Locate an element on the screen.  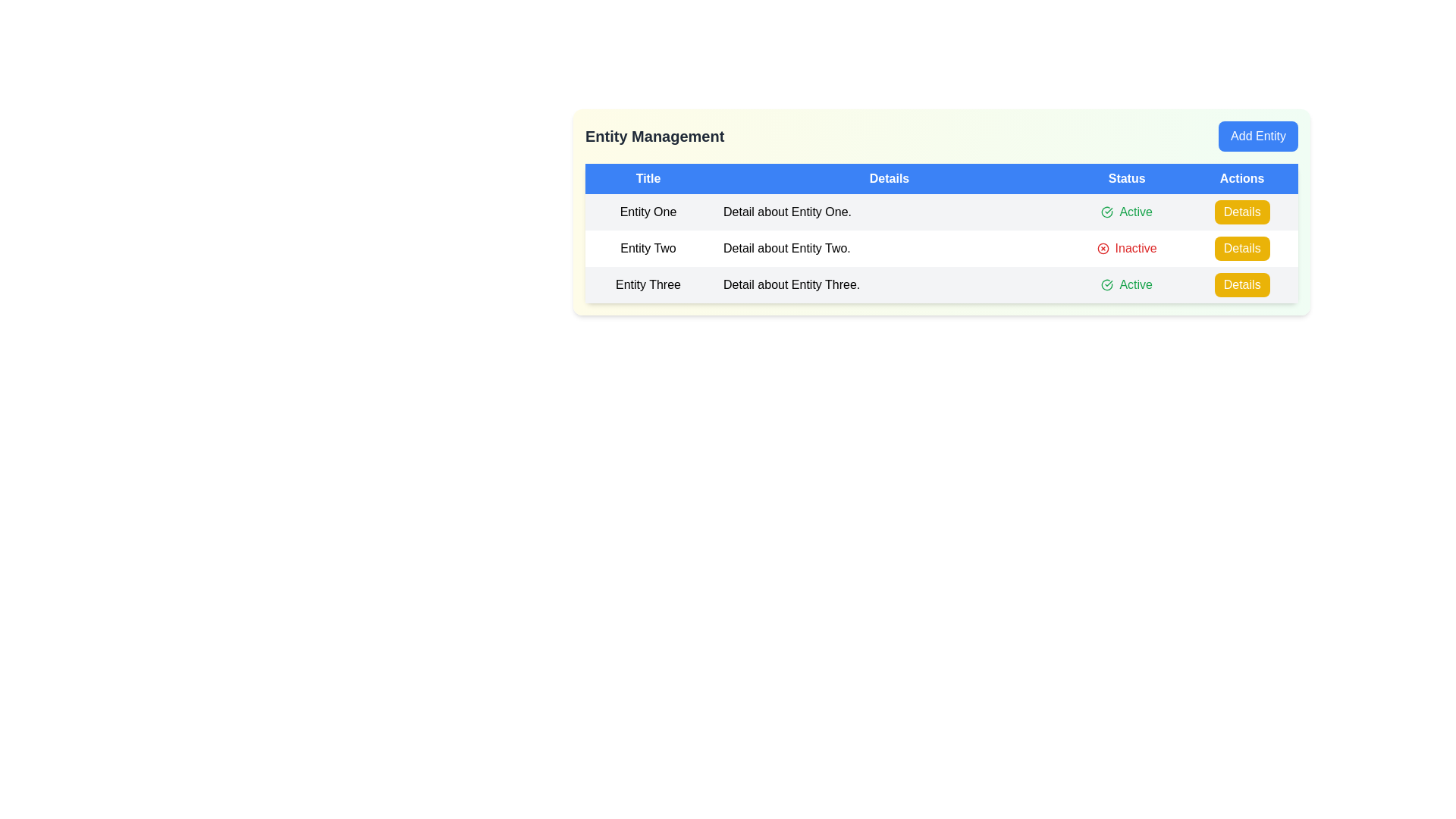
the 'Actions' header label at the top of the table, which is the last among the four header labels: 'Title', 'Details', 'Status', and 'Actions' is located at coordinates (1242, 177).